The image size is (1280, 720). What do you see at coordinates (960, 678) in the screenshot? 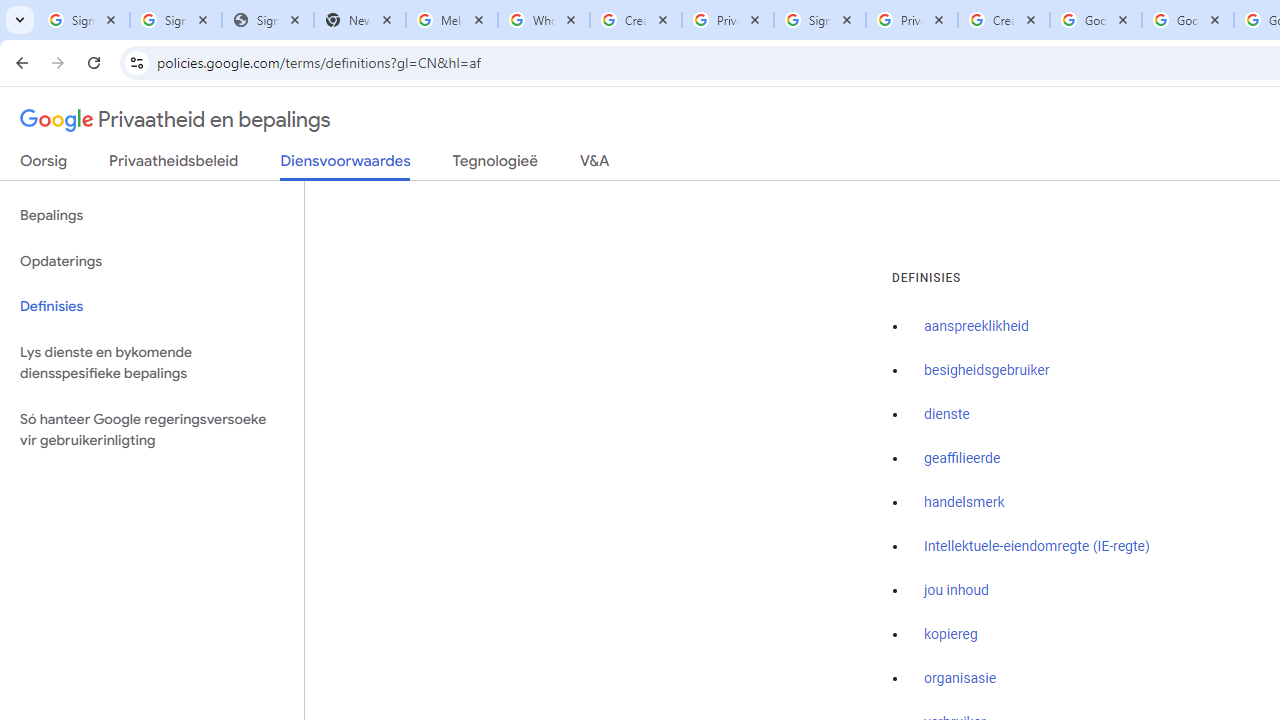
I see `'organisasie'` at bounding box center [960, 678].